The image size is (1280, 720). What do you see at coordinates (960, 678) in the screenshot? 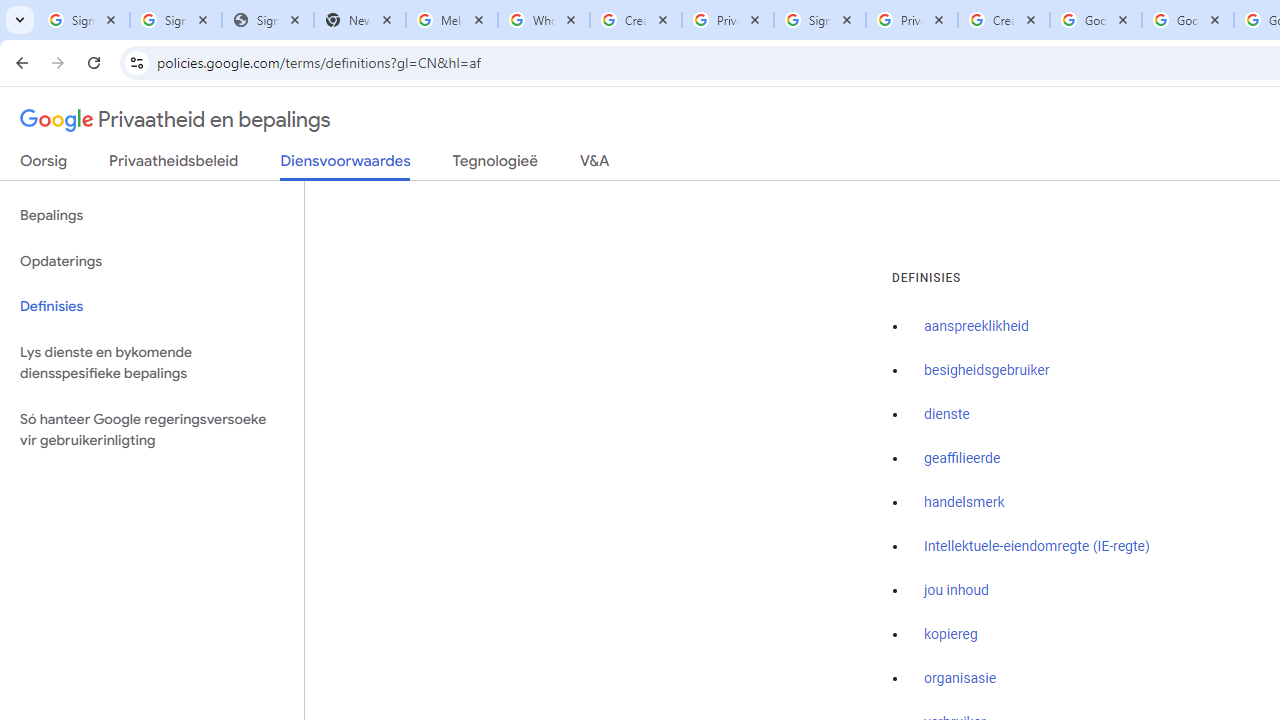
I see `'organisasie'` at bounding box center [960, 678].